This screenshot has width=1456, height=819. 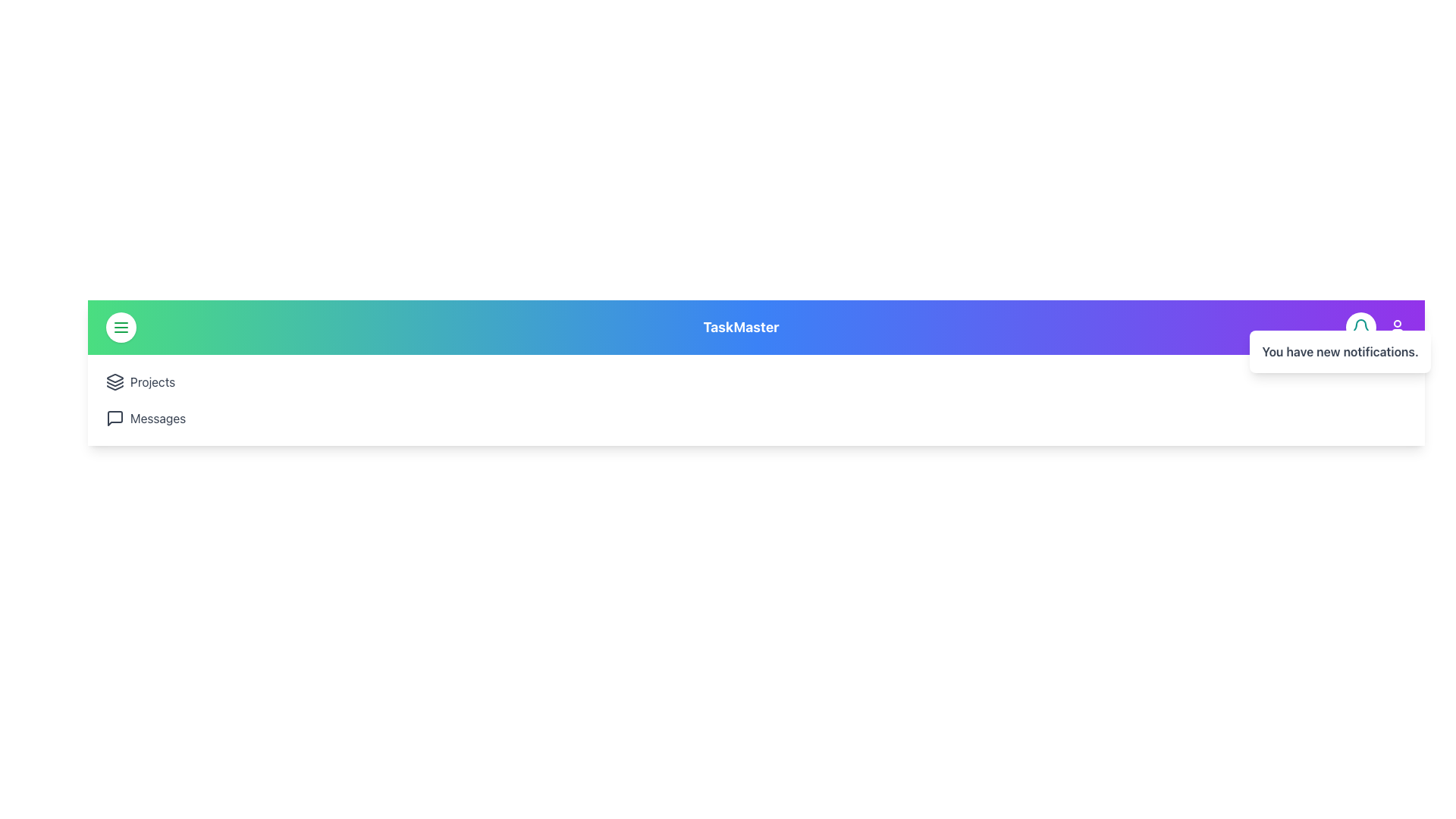 What do you see at coordinates (115, 418) in the screenshot?
I see `the 'Messages' icon located in the top-left navigational menu` at bounding box center [115, 418].